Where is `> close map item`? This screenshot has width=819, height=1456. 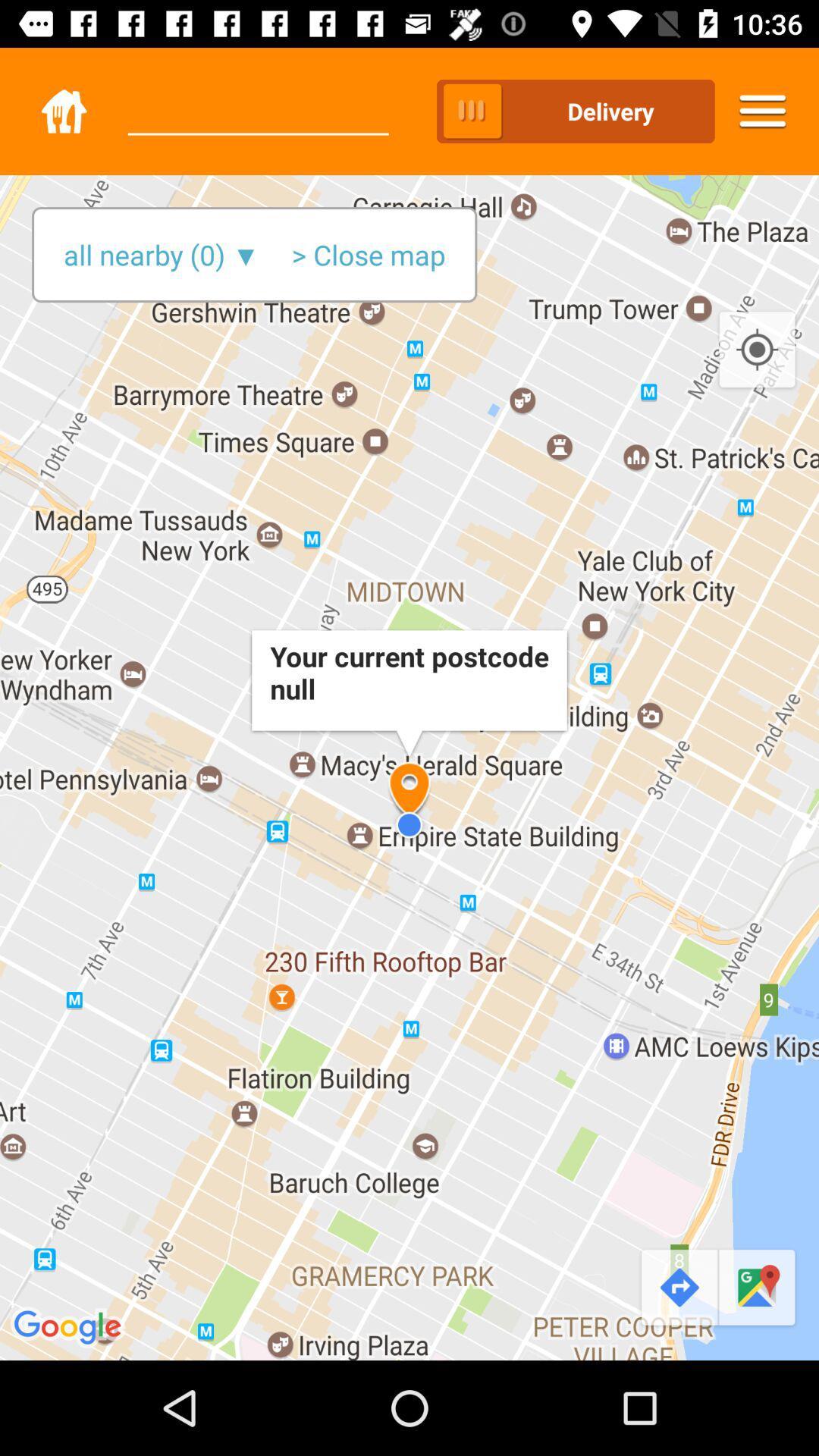 > close map item is located at coordinates (369, 255).